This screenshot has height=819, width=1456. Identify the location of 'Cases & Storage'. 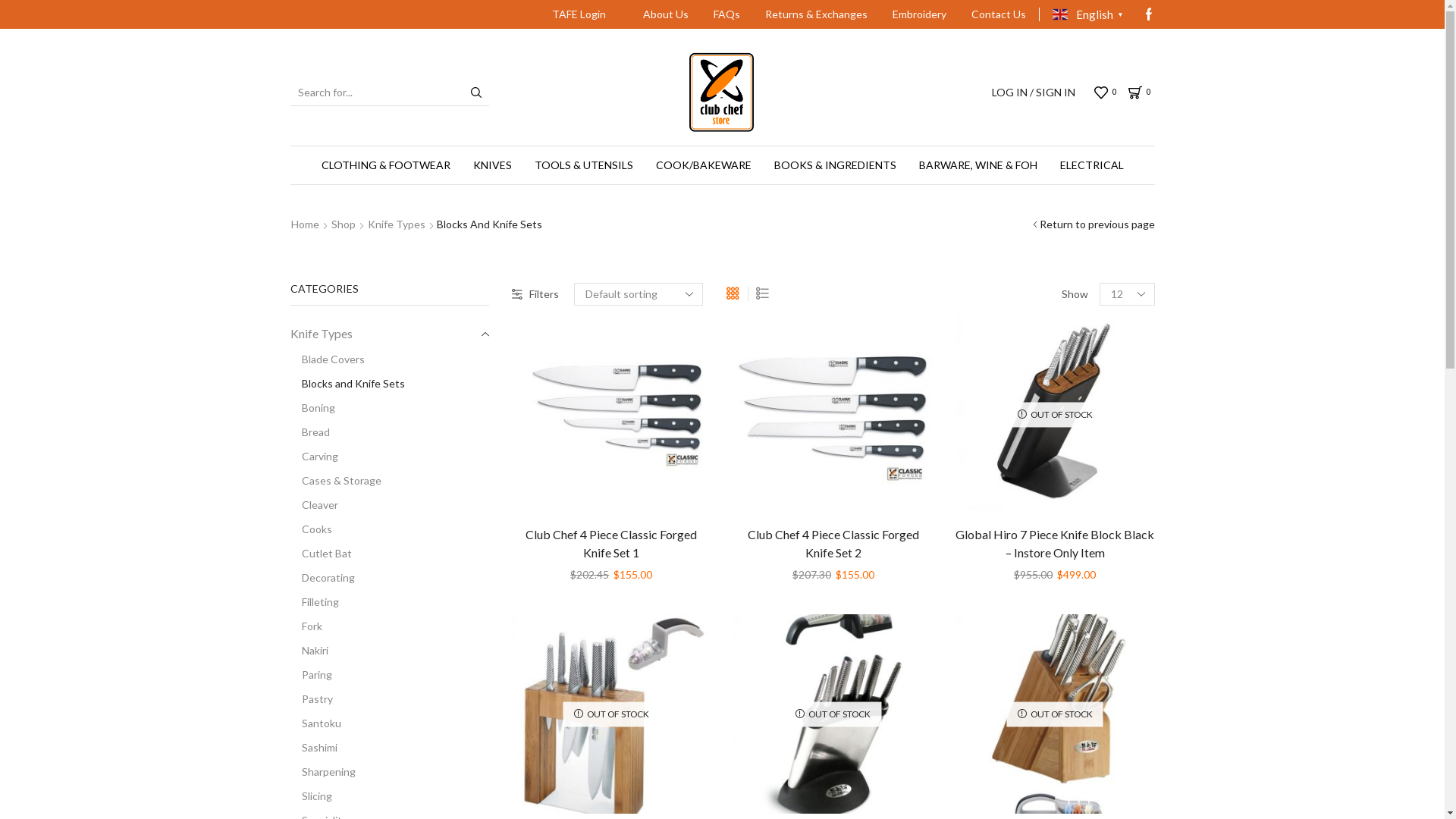
(334, 480).